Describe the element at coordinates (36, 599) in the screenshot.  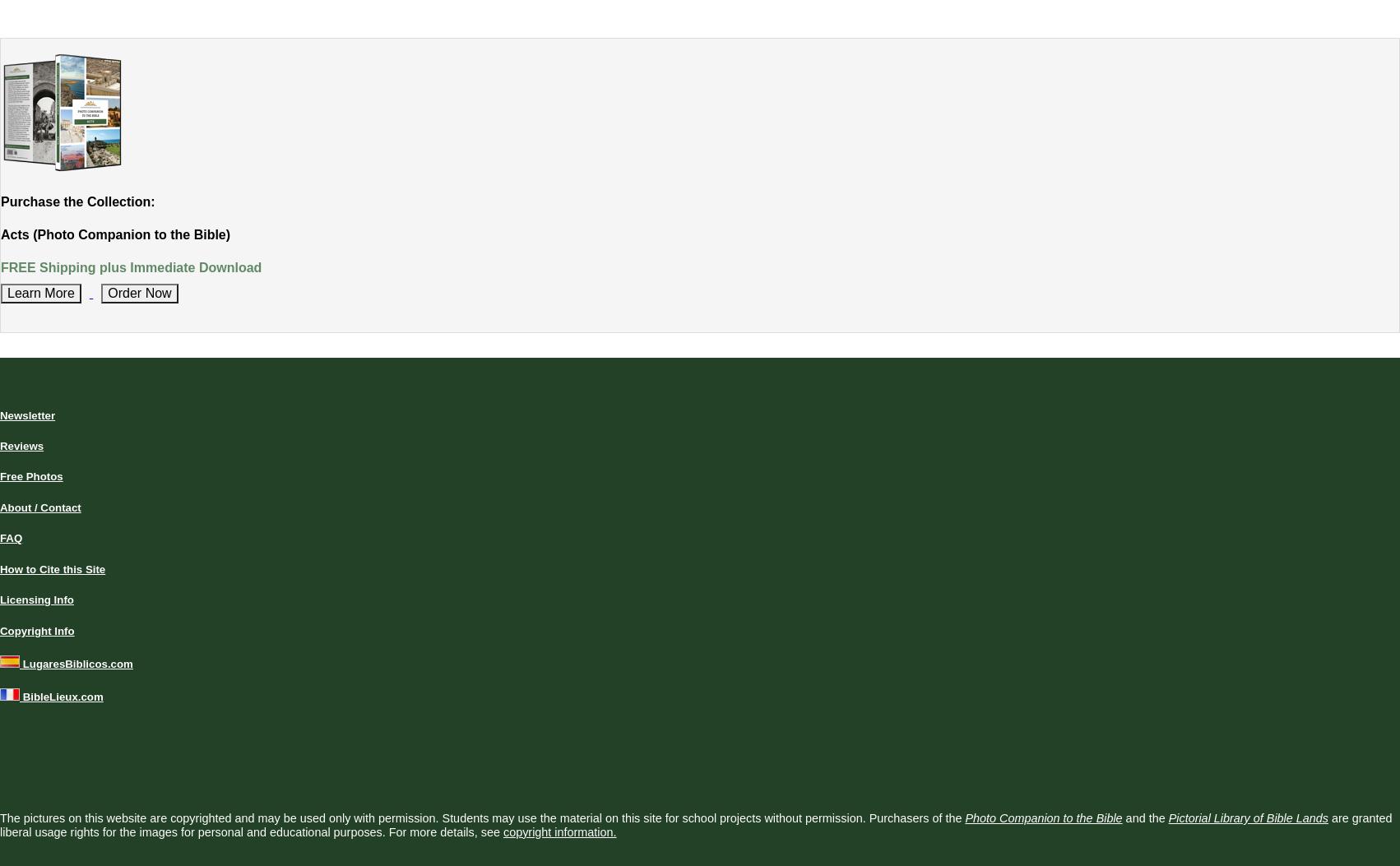
I see `'Licensing Info'` at that location.